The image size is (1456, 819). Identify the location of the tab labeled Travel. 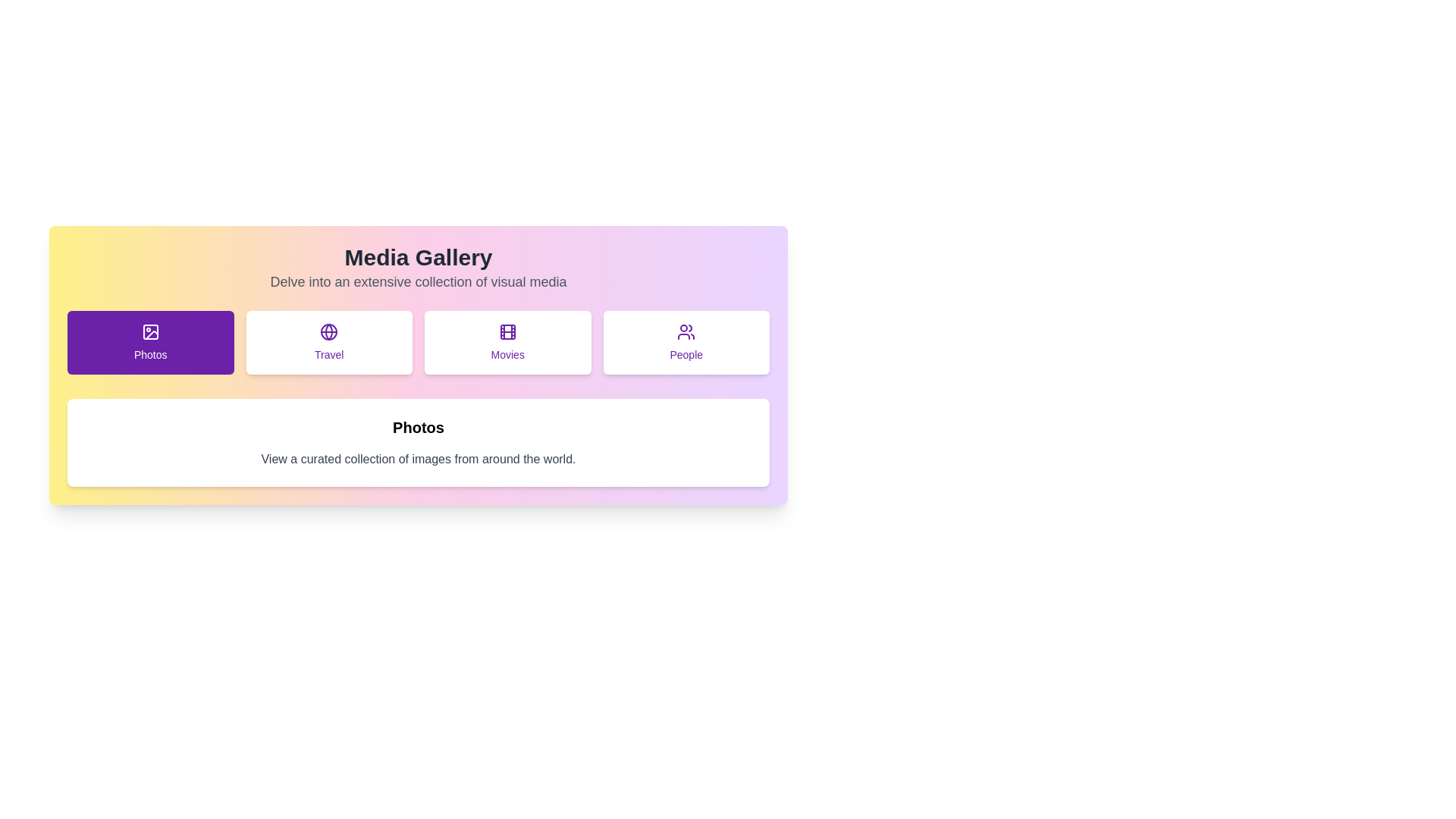
(328, 342).